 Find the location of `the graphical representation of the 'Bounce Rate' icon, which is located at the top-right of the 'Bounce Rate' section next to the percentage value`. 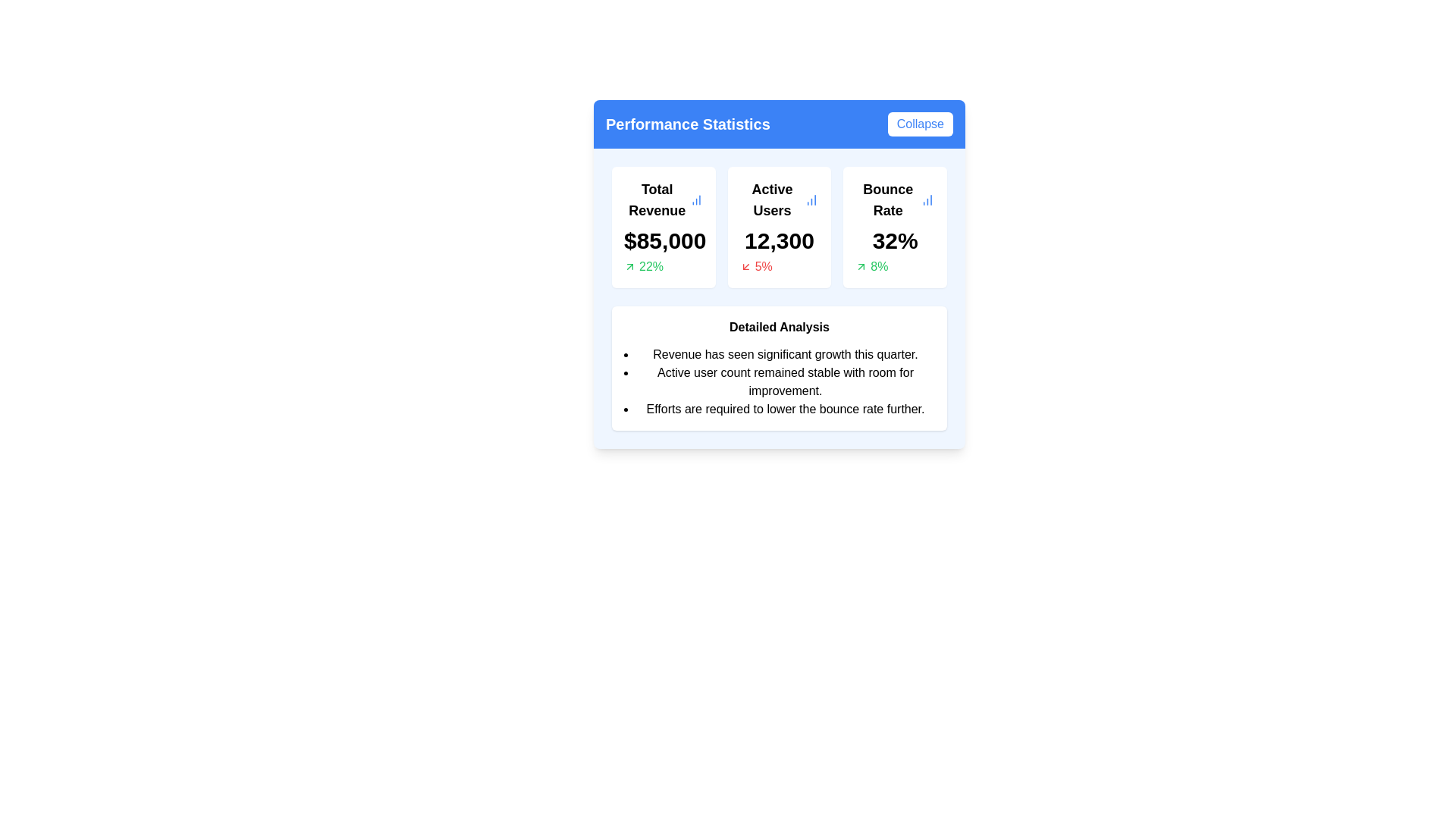

the graphical representation of the 'Bounce Rate' icon, which is located at the top-right of the 'Bounce Rate' section next to the percentage value is located at coordinates (927, 199).